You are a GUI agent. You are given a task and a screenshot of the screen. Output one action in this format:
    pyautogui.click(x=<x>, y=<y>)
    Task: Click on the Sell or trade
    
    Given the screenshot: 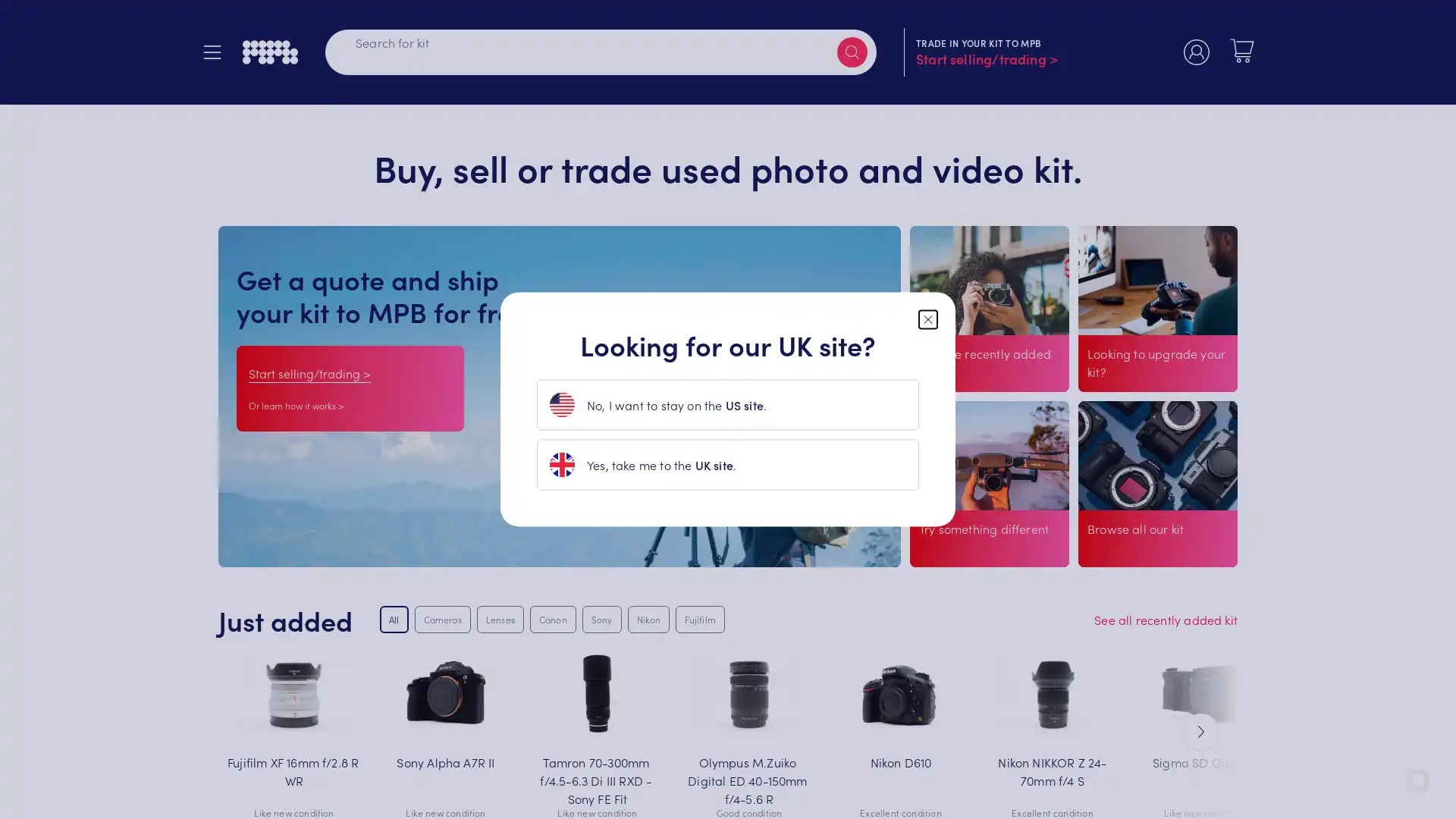 What is the action you would take?
    pyautogui.click(x=1128, y=394)
    